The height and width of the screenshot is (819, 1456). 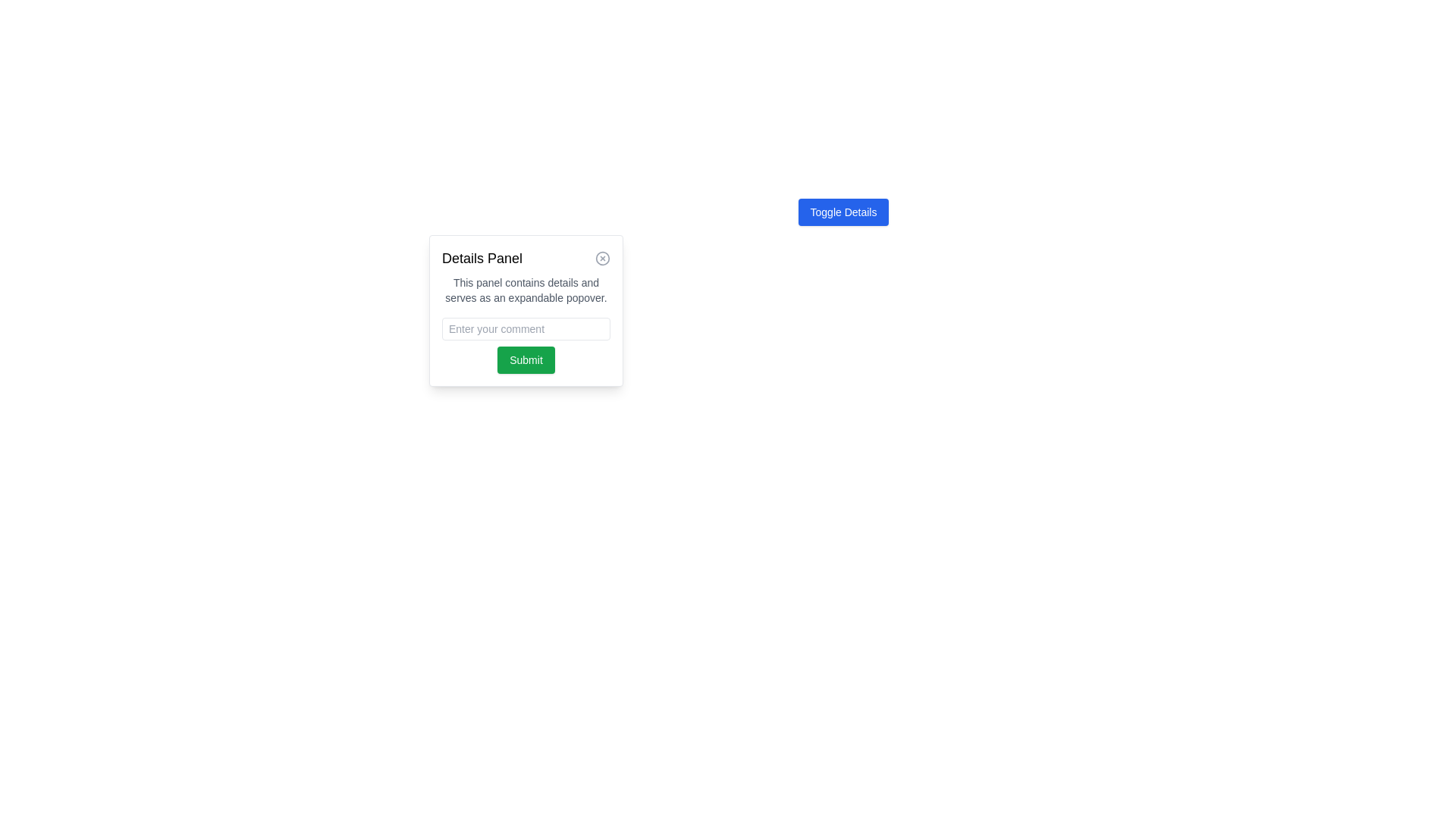 What do you see at coordinates (602, 257) in the screenshot?
I see `the decorative outer circle of the close icon in the 'Details Panel' located at the top-right corner of the panel` at bounding box center [602, 257].